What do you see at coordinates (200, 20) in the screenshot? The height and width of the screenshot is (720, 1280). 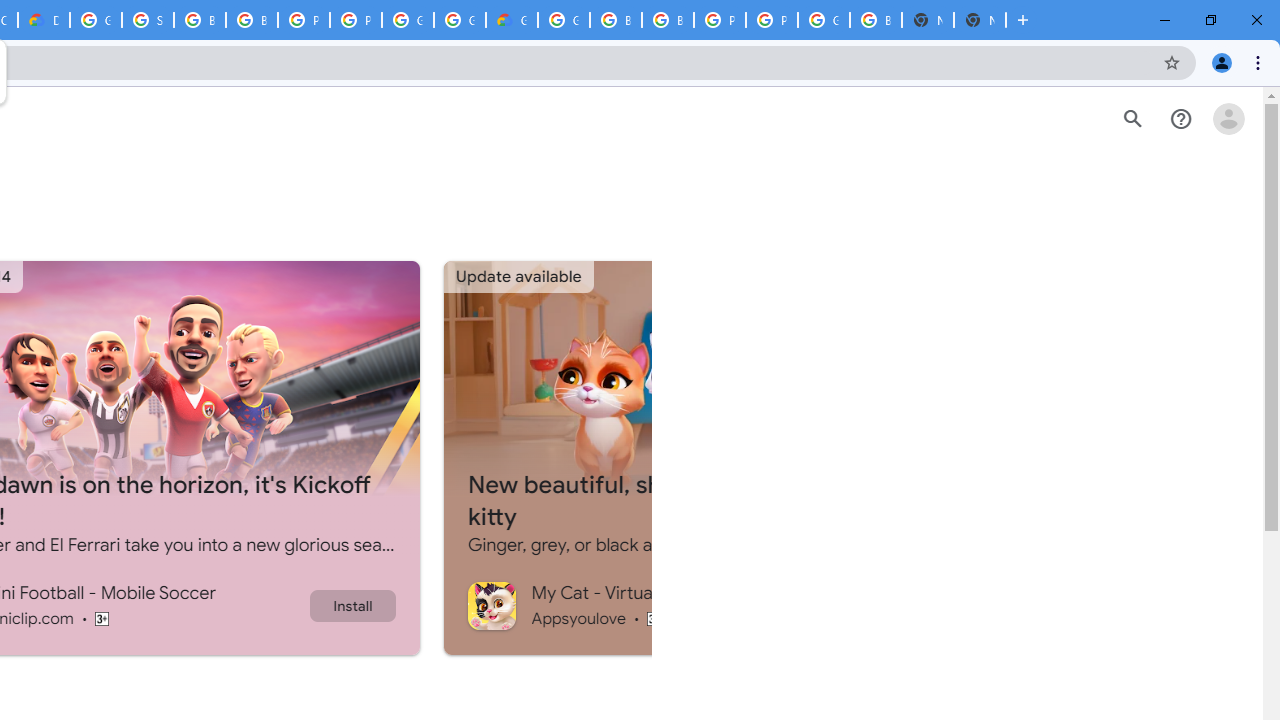 I see `'Browse Chrome as a guest - Computer - Google Chrome Help'` at bounding box center [200, 20].